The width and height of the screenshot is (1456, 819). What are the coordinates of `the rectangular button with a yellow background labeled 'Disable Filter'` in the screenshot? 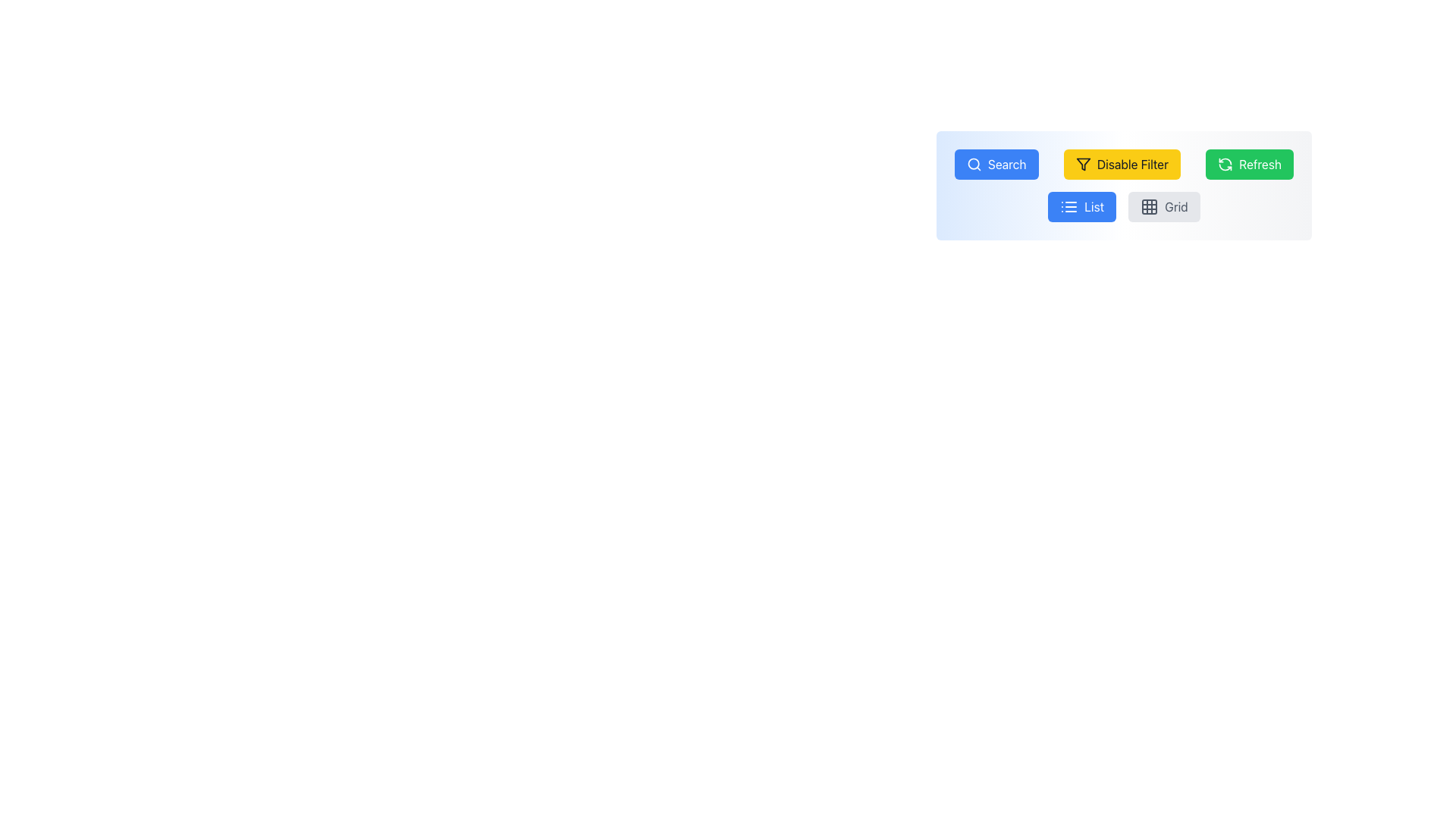 It's located at (1122, 164).